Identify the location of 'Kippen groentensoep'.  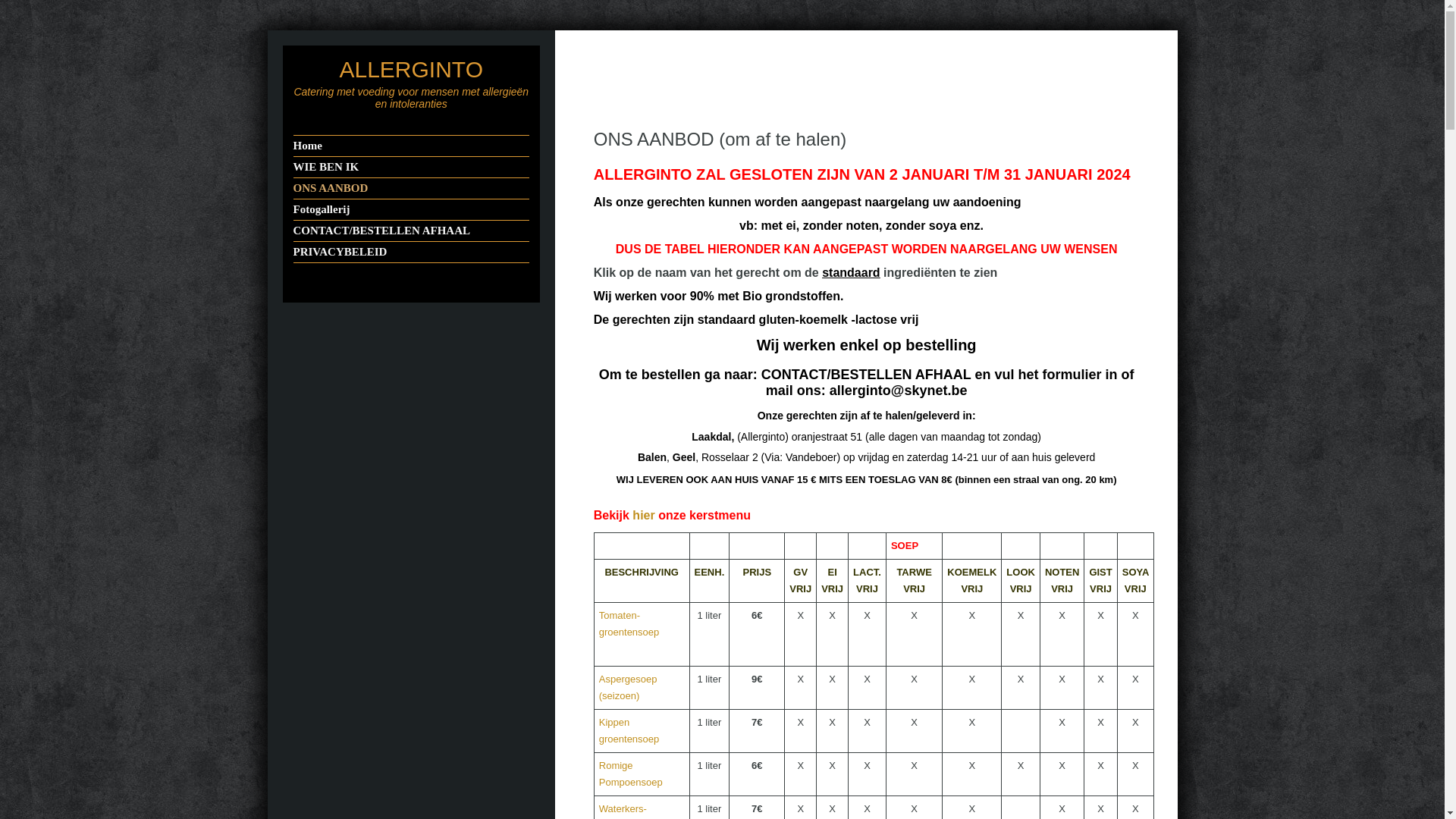
(629, 730).